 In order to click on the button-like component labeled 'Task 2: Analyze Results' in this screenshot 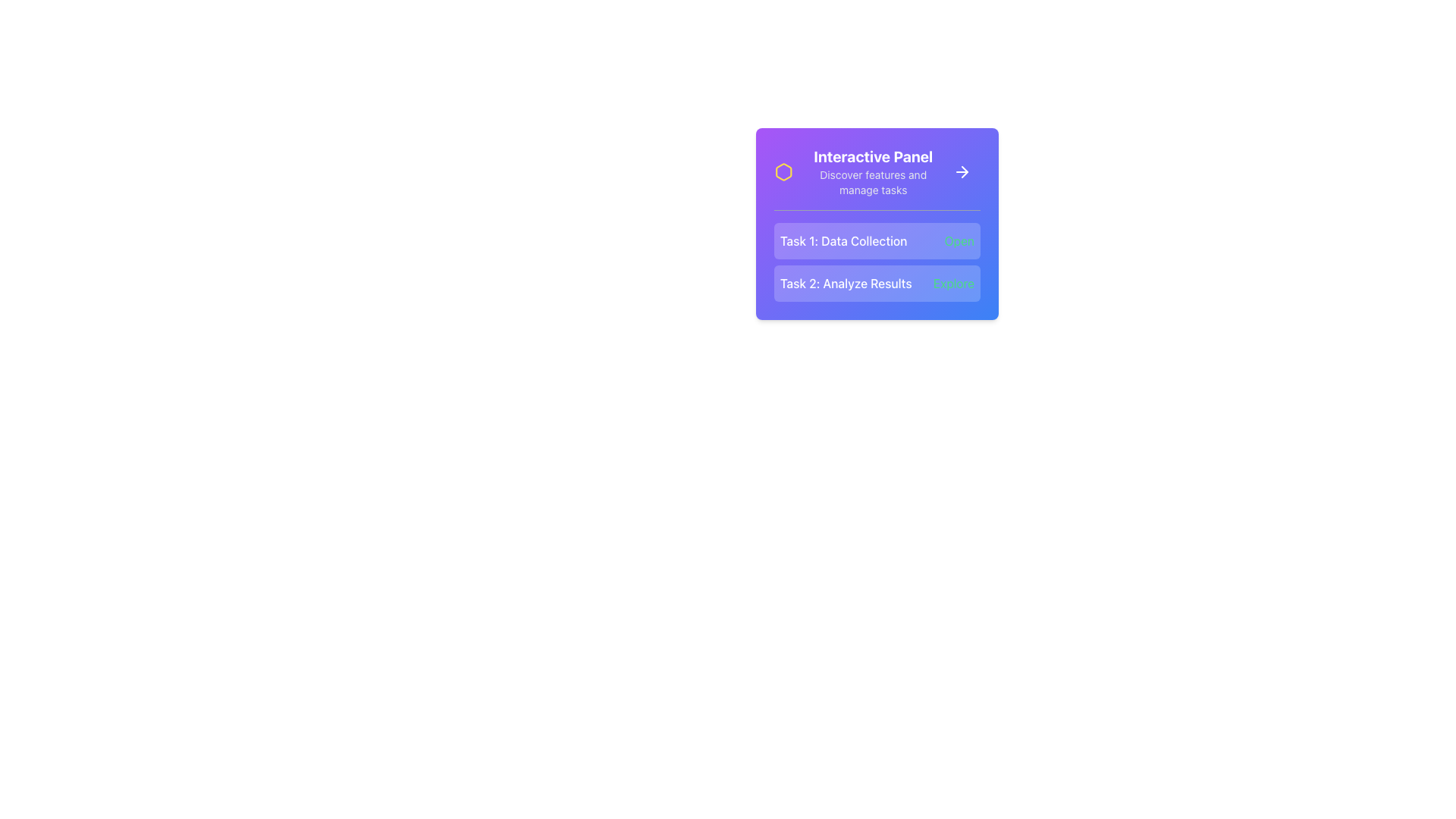, I will do `click(877, 284)`.